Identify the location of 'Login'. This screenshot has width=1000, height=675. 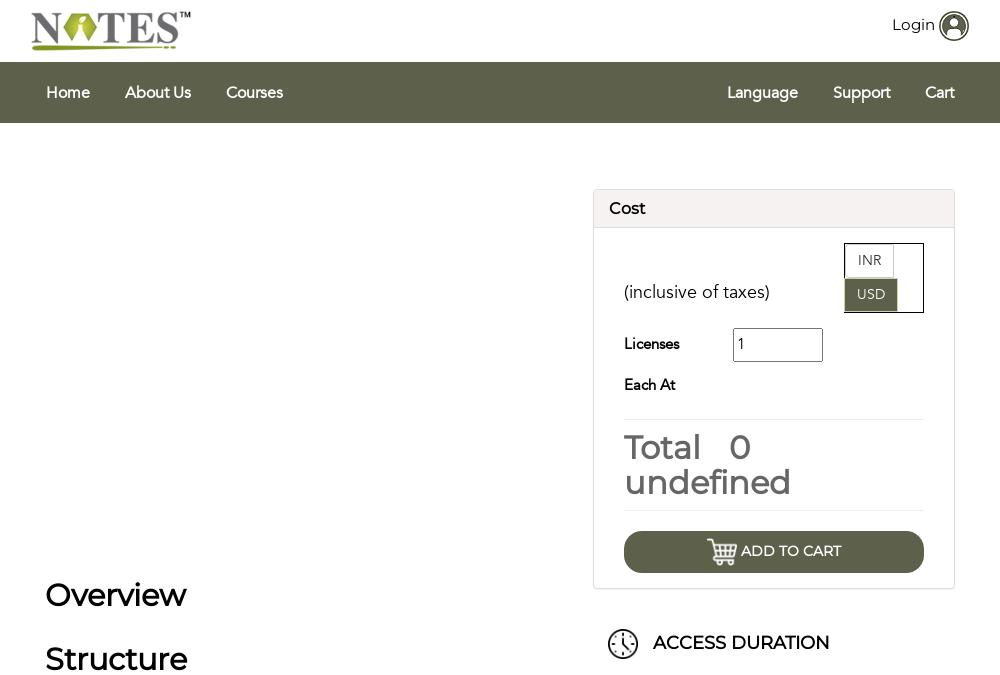
(913, 22).